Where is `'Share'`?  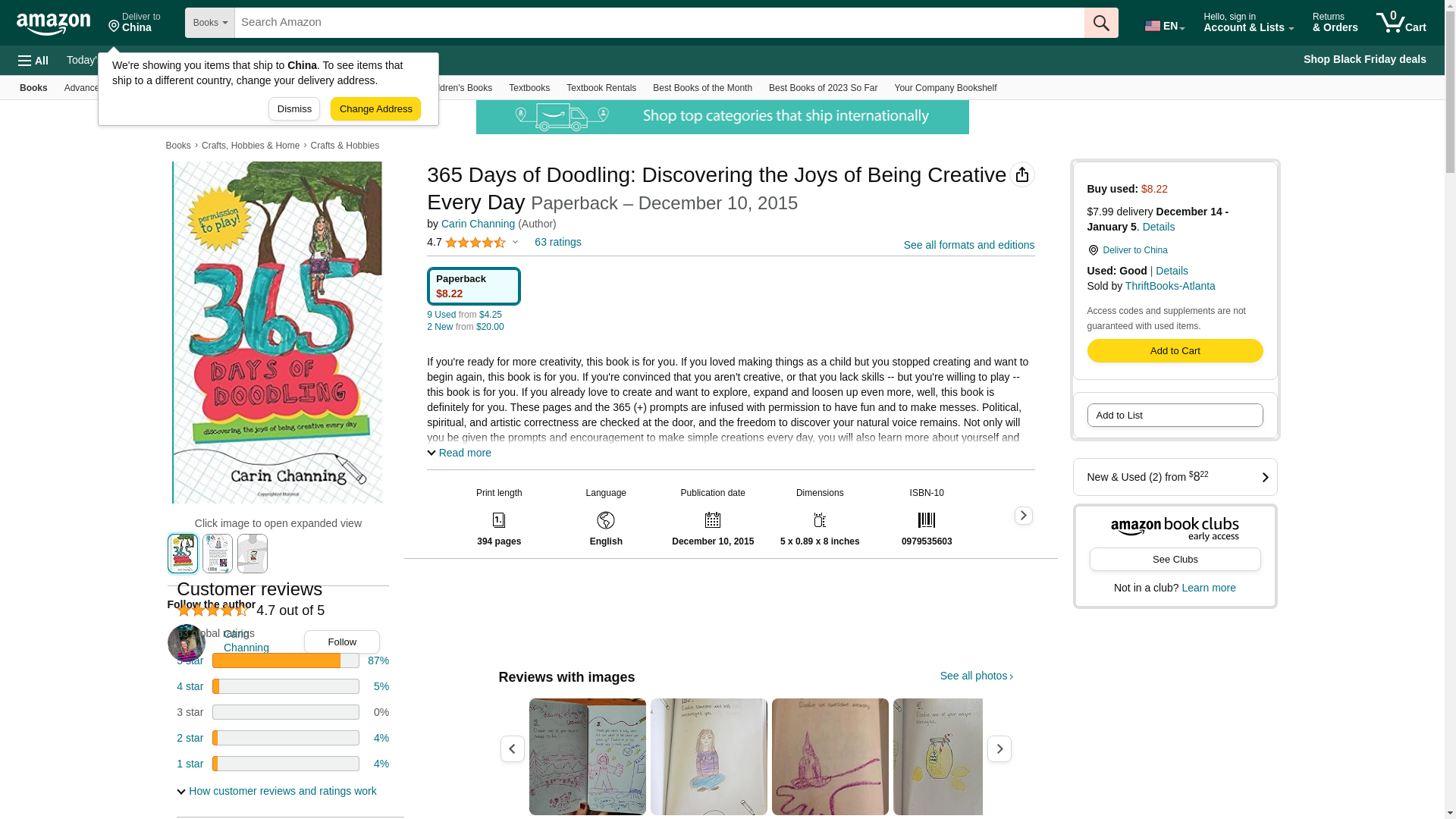
'Share' is located at coordinates (1022, 174).